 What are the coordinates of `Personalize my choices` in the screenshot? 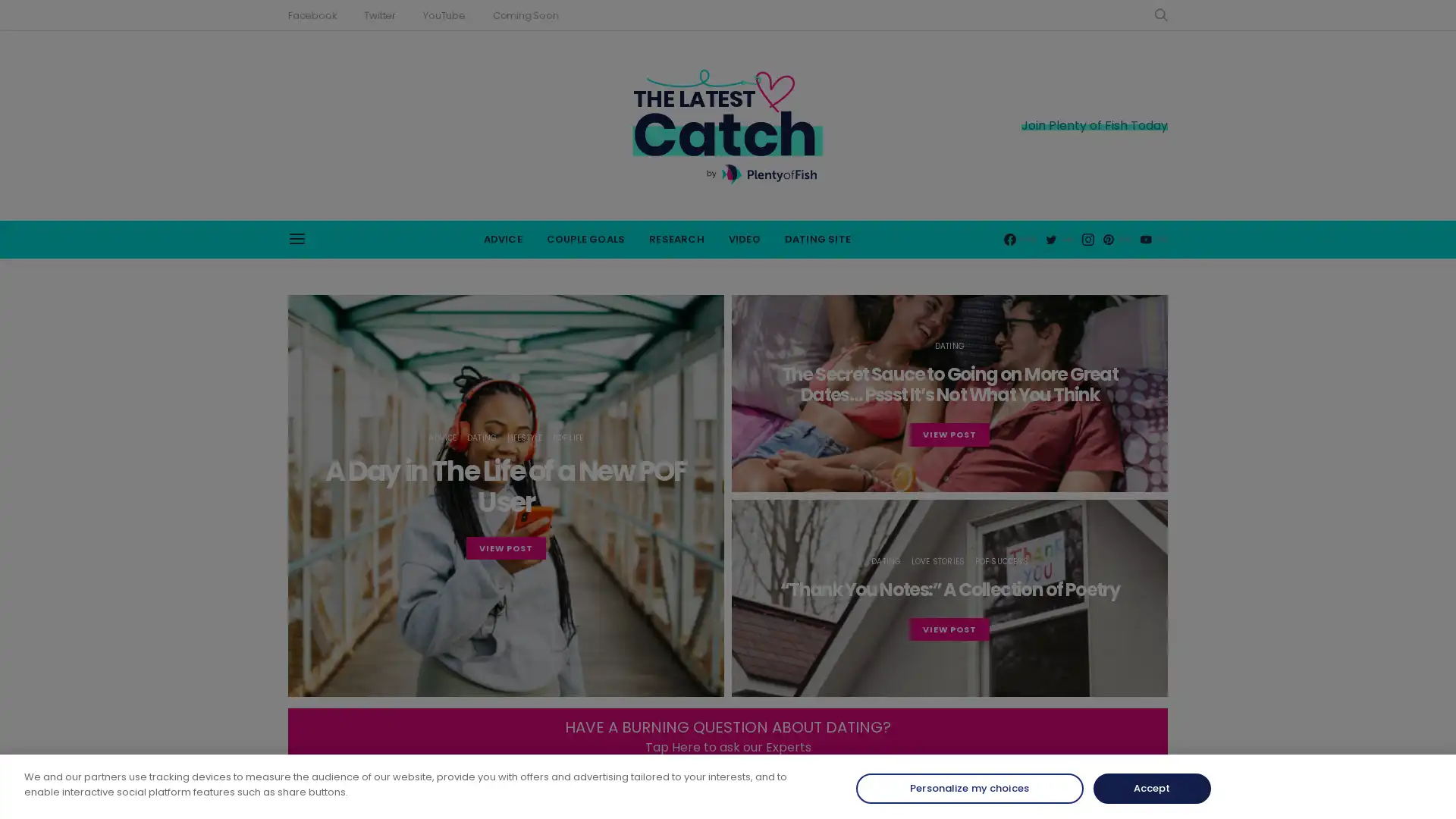 It's located at (968, 788).